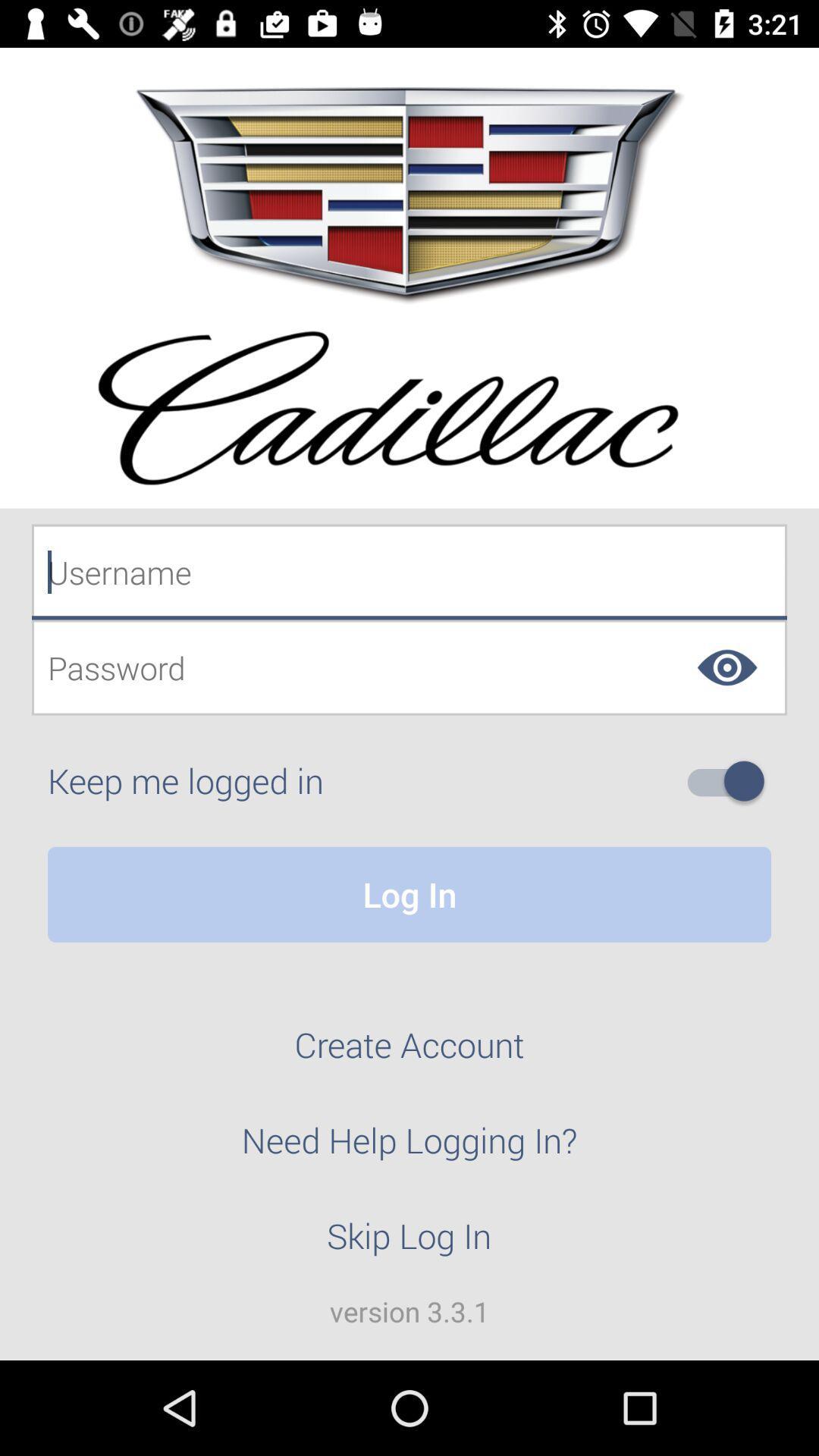 The image size is (819, 1456). I want to click on icon on the right, so click(731, 781).